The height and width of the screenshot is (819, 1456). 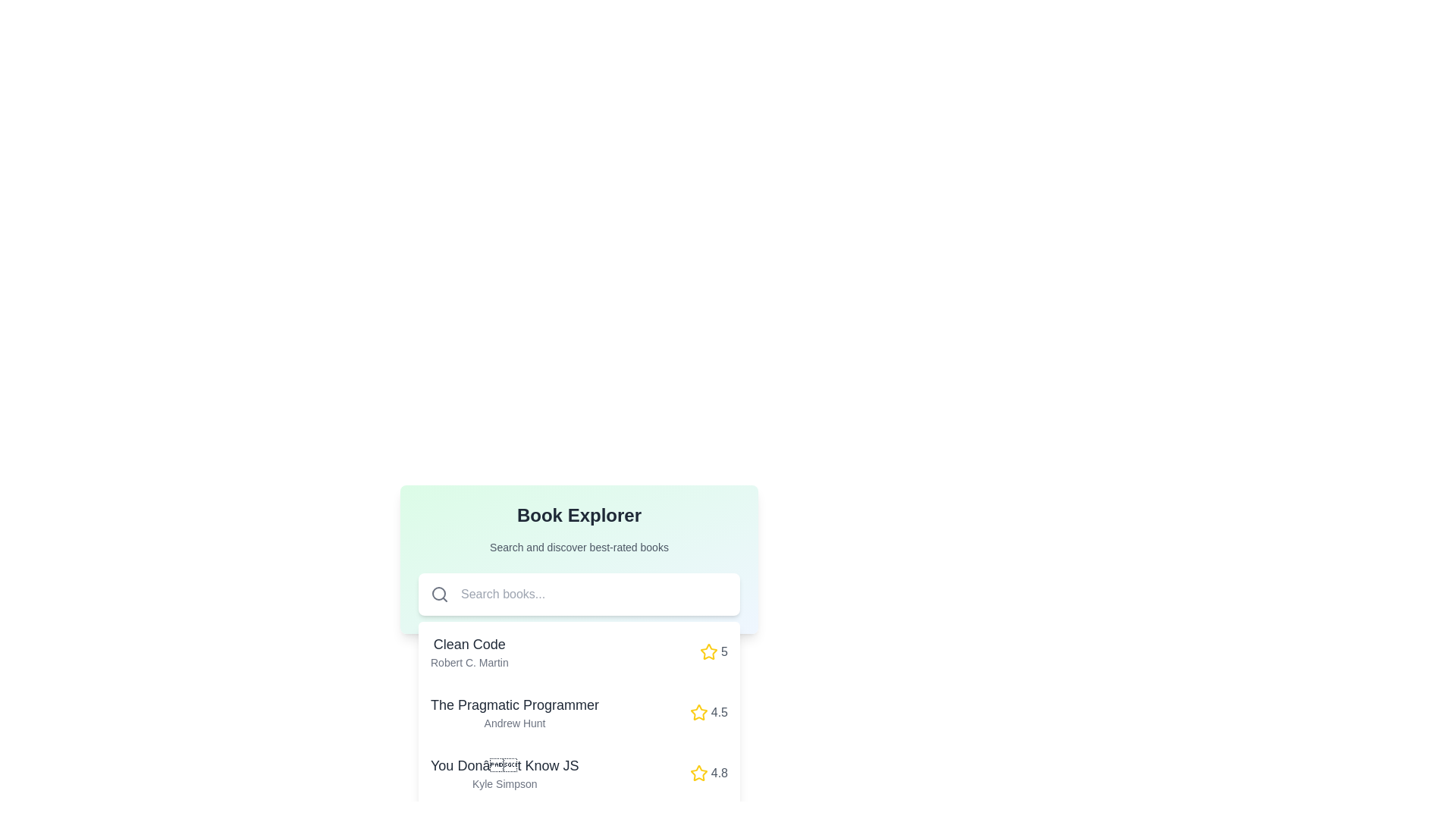 What do you see at coordinates (515, 722) in the screenshot?
I see `the static text label displaying the author's name 'Andrew Hunt', which is styled in a smaller font size and light gray color, located directly below the book title 'The Pragmatic Programmer'` at bounding box center [515, 722].